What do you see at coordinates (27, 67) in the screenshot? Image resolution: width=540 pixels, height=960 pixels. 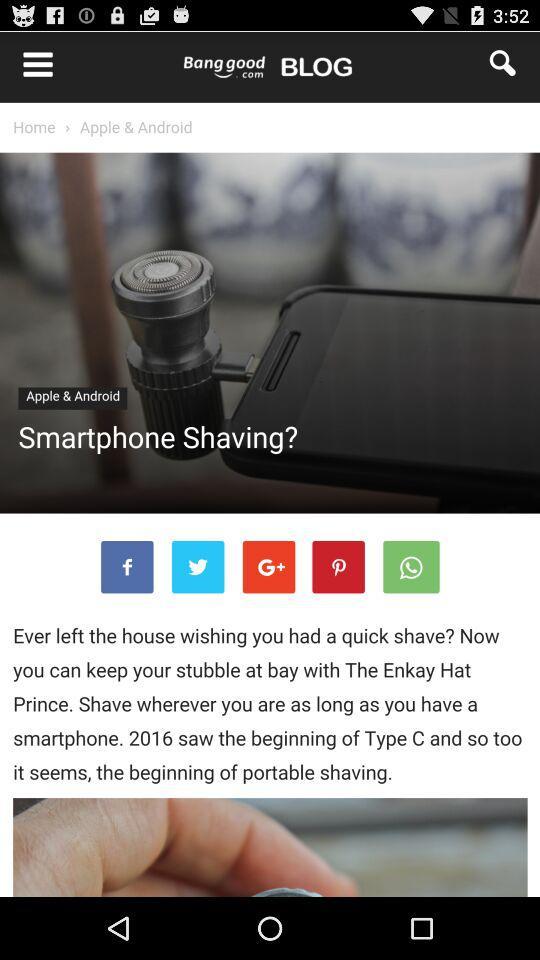 I see `the menu icon` at bounding box center [27, 67].